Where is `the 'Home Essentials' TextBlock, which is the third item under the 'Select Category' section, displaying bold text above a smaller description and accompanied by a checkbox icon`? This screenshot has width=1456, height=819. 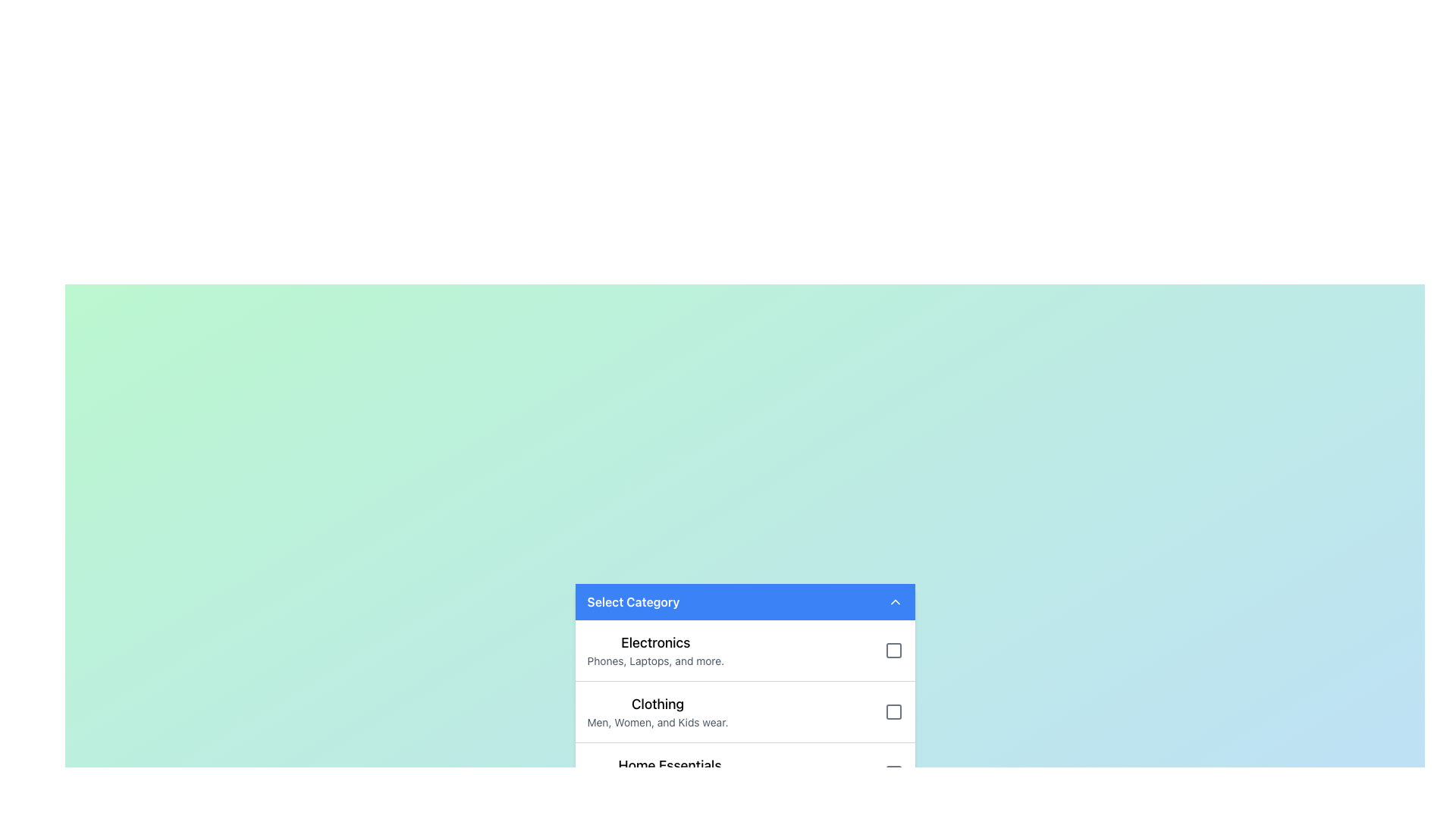 the 'Home Essentials' TextBlock, which is the third item under the 'Select Category' section, displaying bold text above a smaller description and accompanied by a checkbox icon is located at coordinates (669, 773).